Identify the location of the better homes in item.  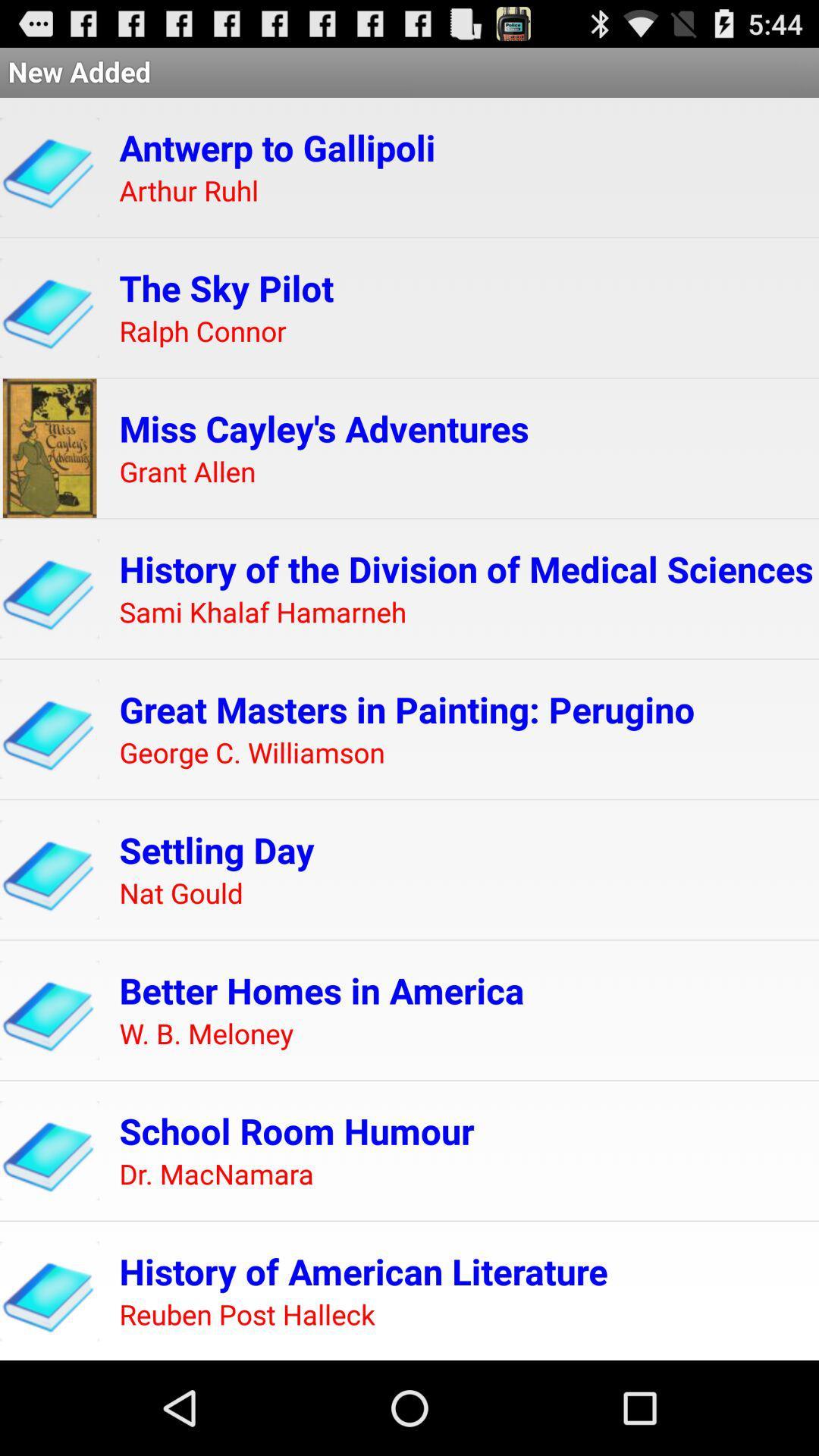
(321, 990).